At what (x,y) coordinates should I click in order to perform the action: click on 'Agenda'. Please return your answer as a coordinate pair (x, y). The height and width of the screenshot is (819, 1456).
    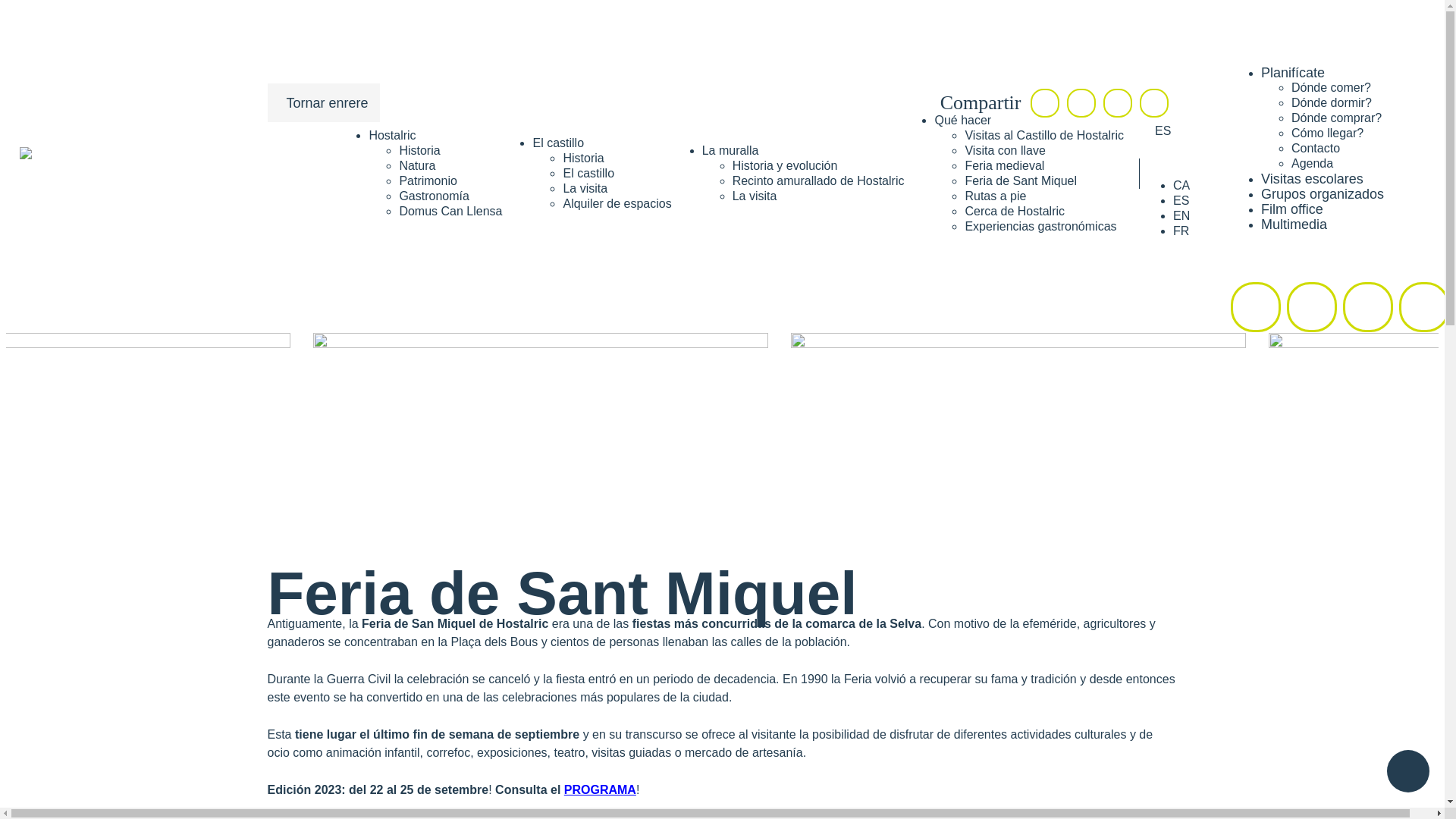
    Looking at the image, I should click on (1311, 163).